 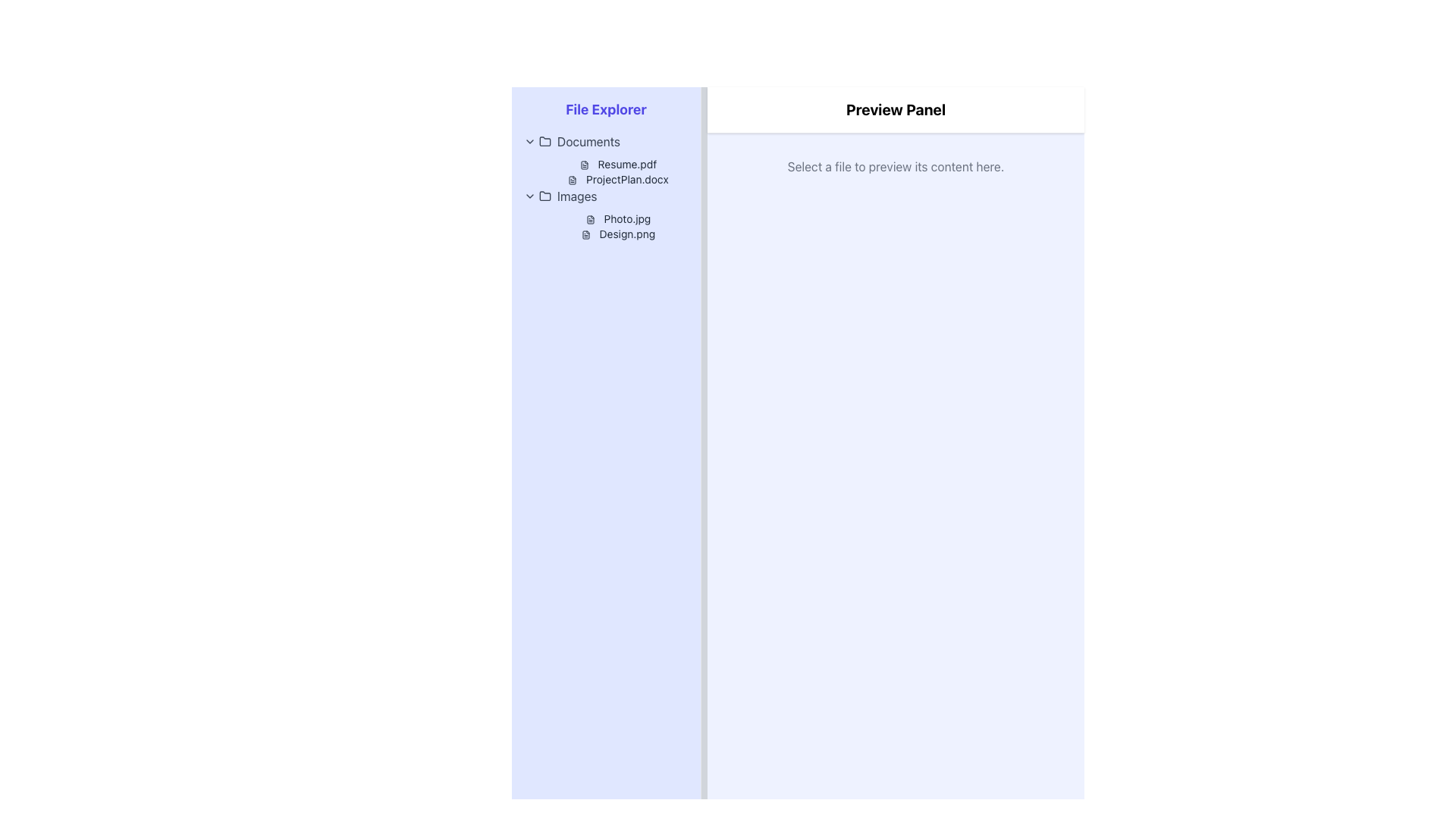 What do you see at coordinates (530, 195) in the screenshot?
I see `the downward-pointing chevron arrow (Dropdown Indicator) next to the 'Images' label` at bounding box center [530, 195].